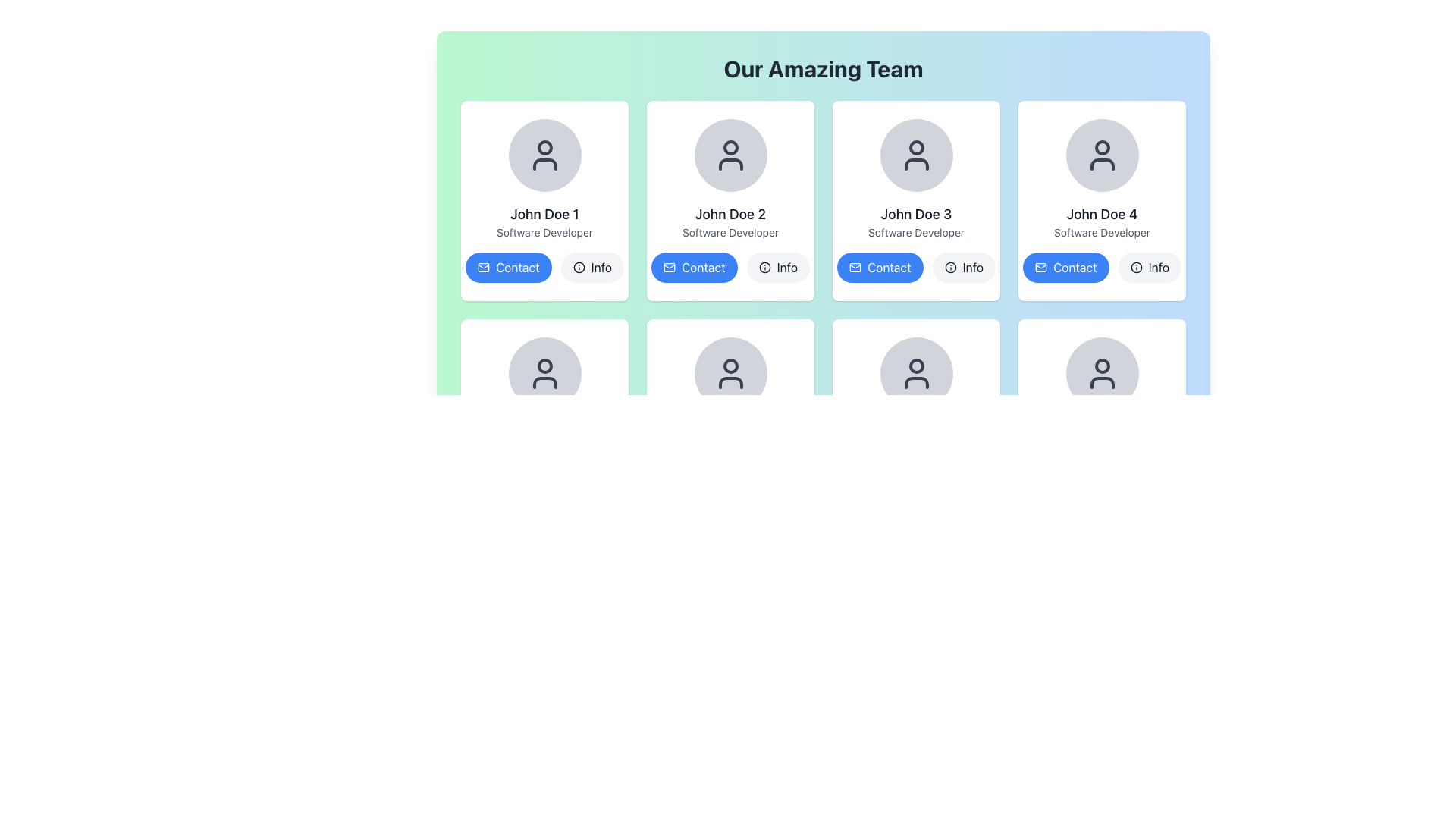 This screenshot has width=1456, height=819. I want to click on the contact icon within the blue 'Contact' button located below the card for 'John Doe 4 - Software Developer' in the team grid layout, so click(1040, 267).